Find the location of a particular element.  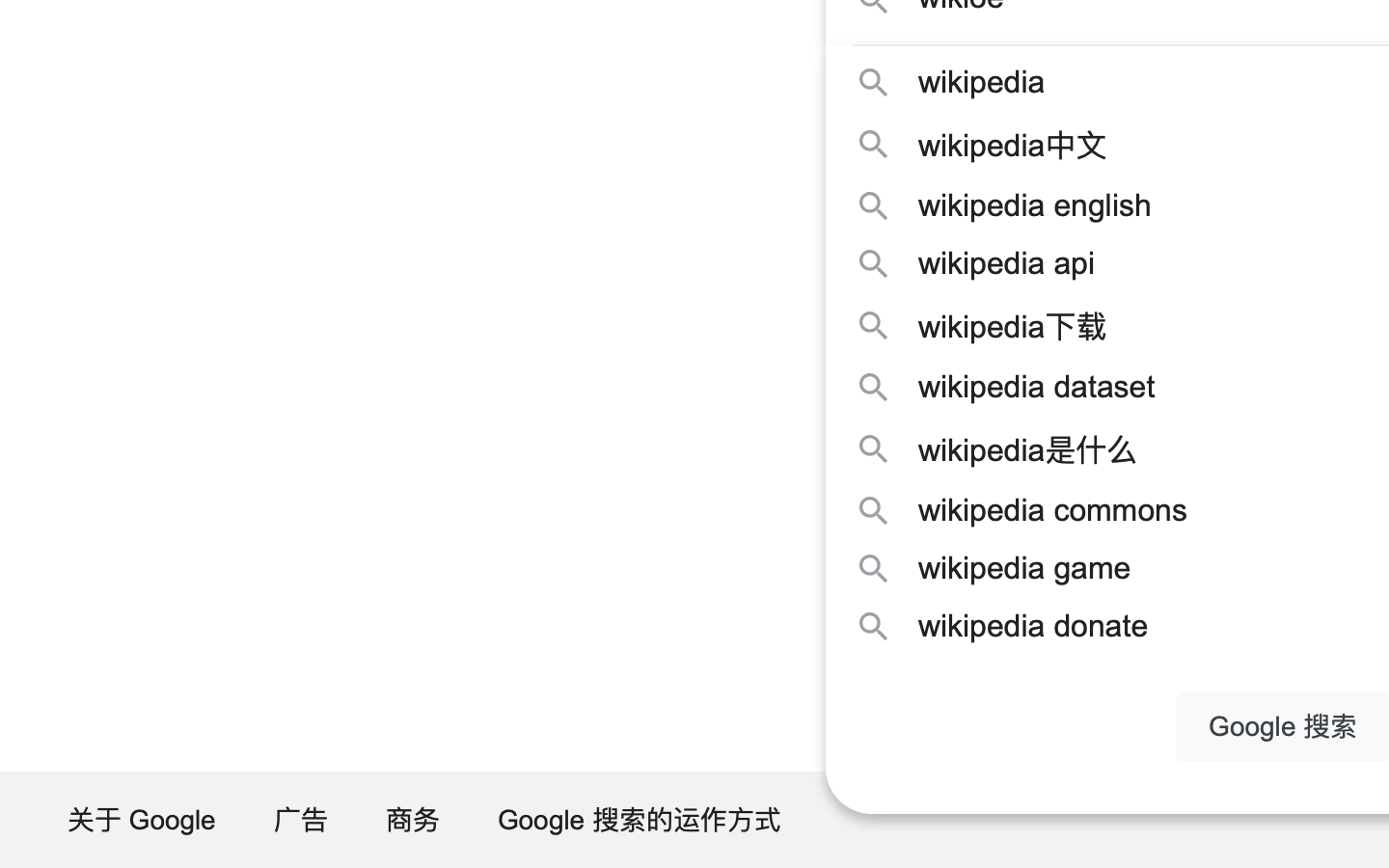

'商务' is located at coordinates (413, 819).